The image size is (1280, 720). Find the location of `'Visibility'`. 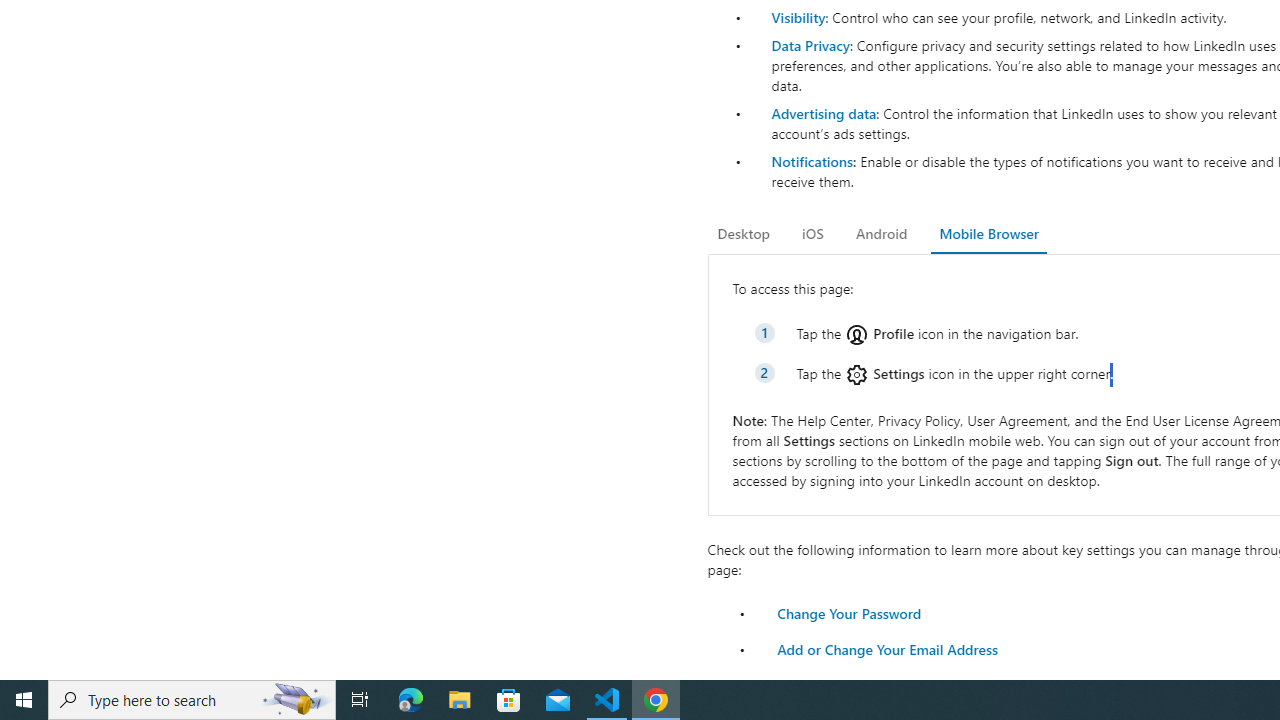

'Visibility' is located at coordinates (797, 17).